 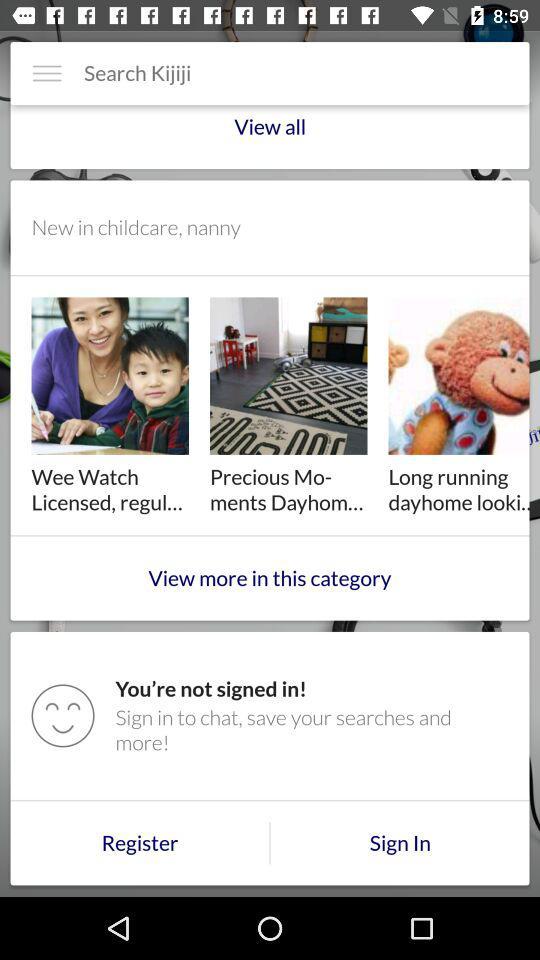 I want to click on register item, so click(x=138, y=842).